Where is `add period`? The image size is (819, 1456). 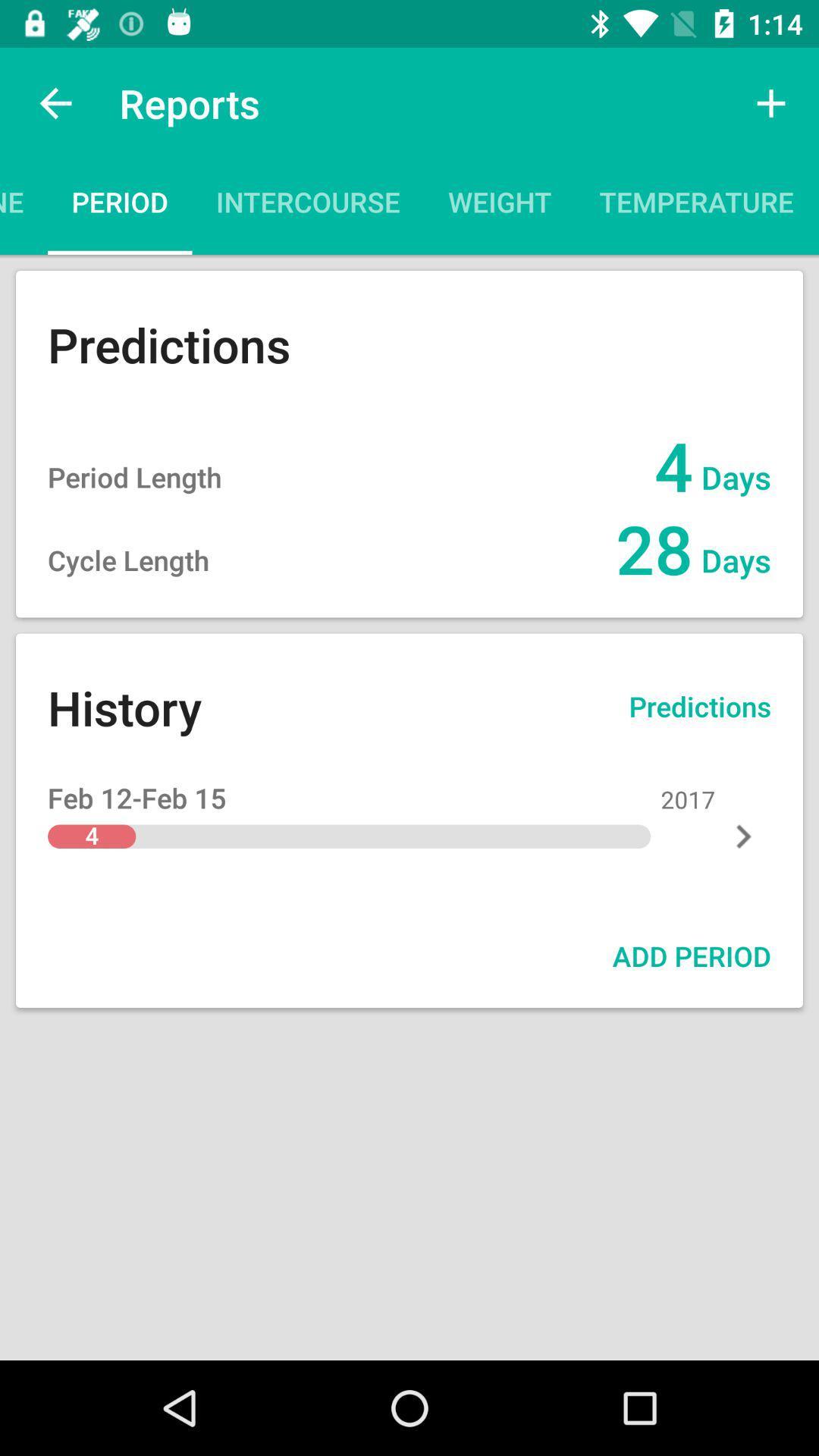 add period is located at coordinates (692, 955).